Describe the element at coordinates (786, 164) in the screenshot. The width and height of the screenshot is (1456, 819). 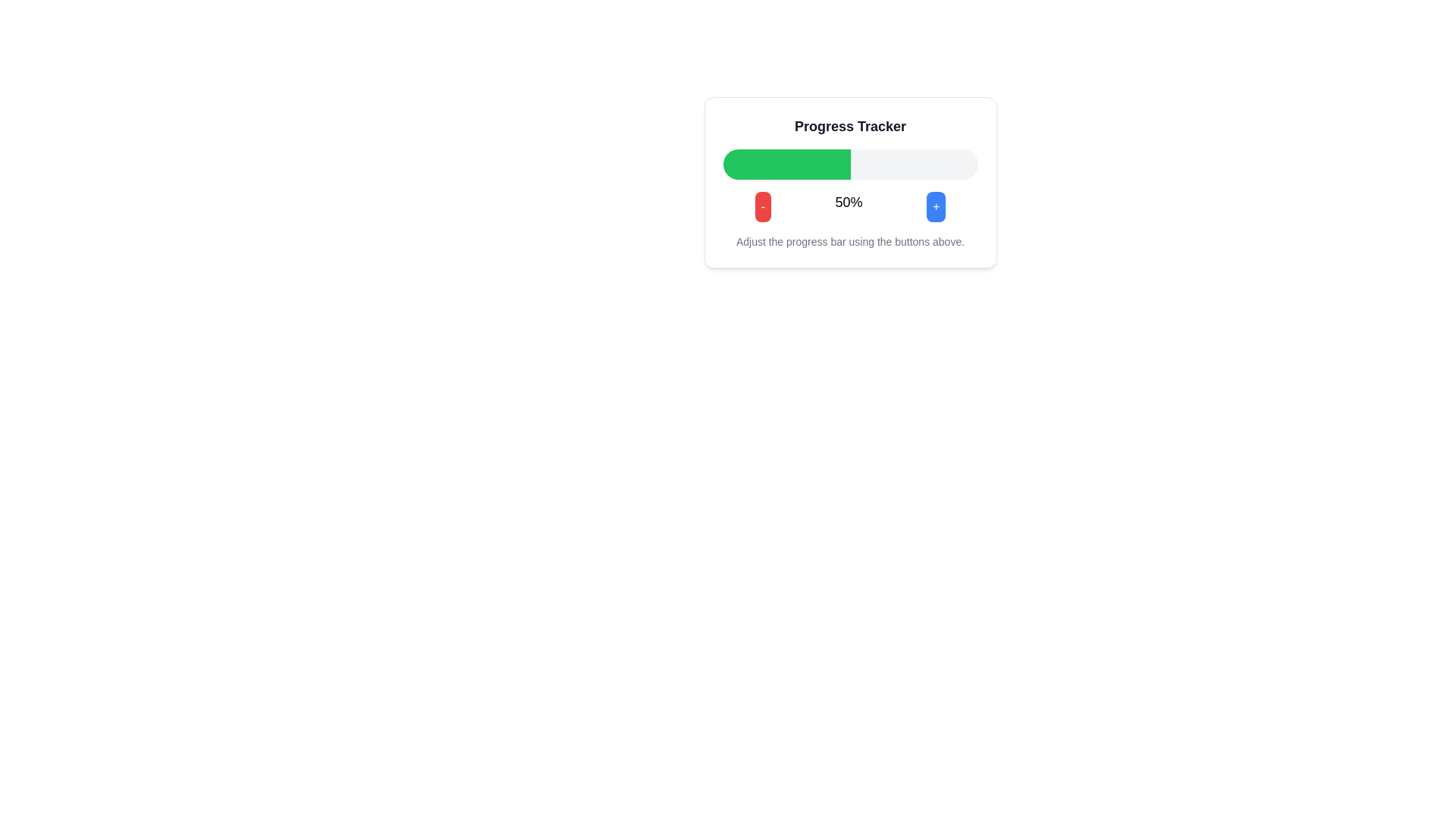
I see `the green, rounded rectangle segment of the Progress Tracker dashboard's progress bar to interact with it` at that location.